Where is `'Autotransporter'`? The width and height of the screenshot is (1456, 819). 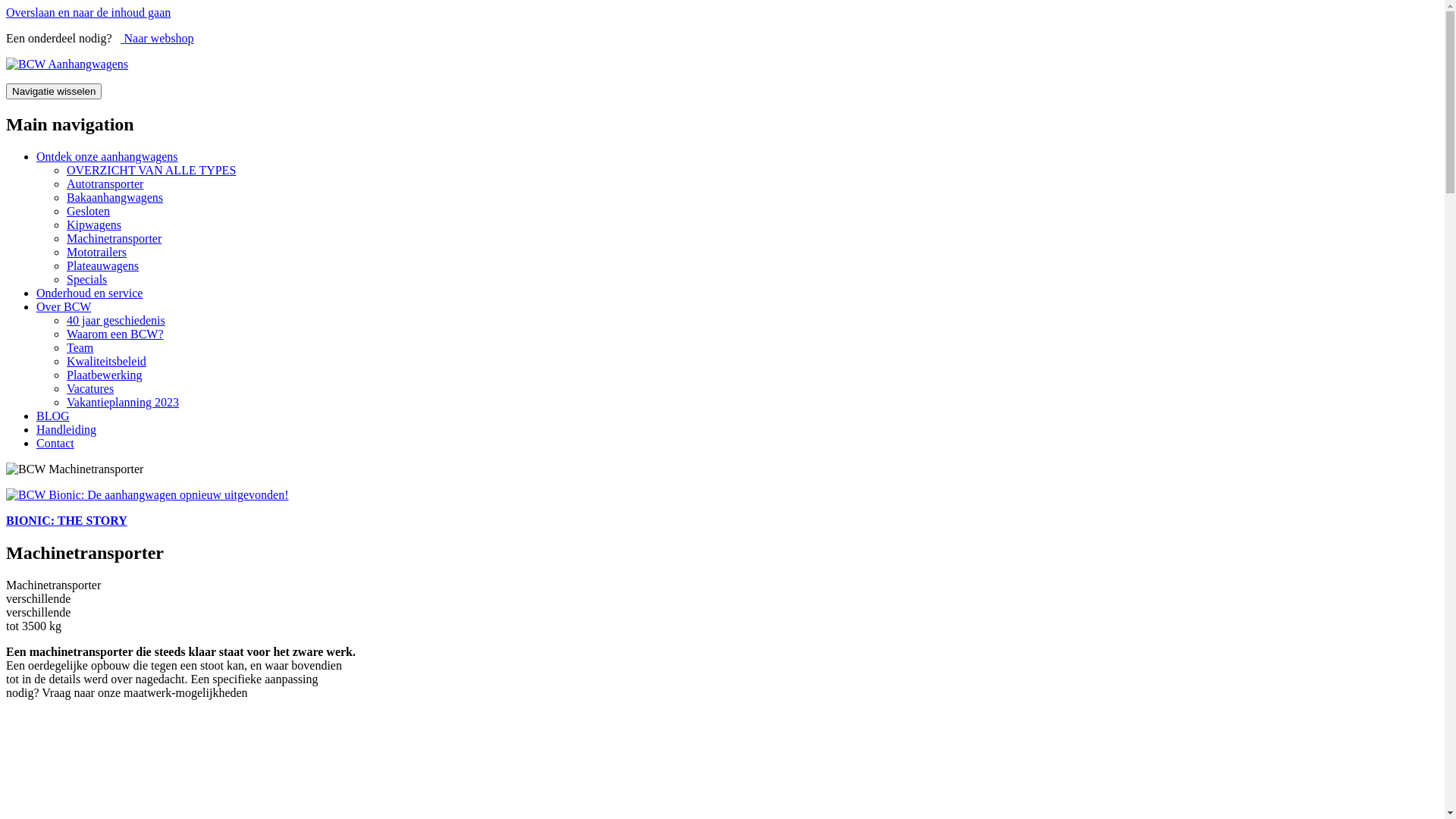 'Autotransporter' is located at coordinates (104, 183).